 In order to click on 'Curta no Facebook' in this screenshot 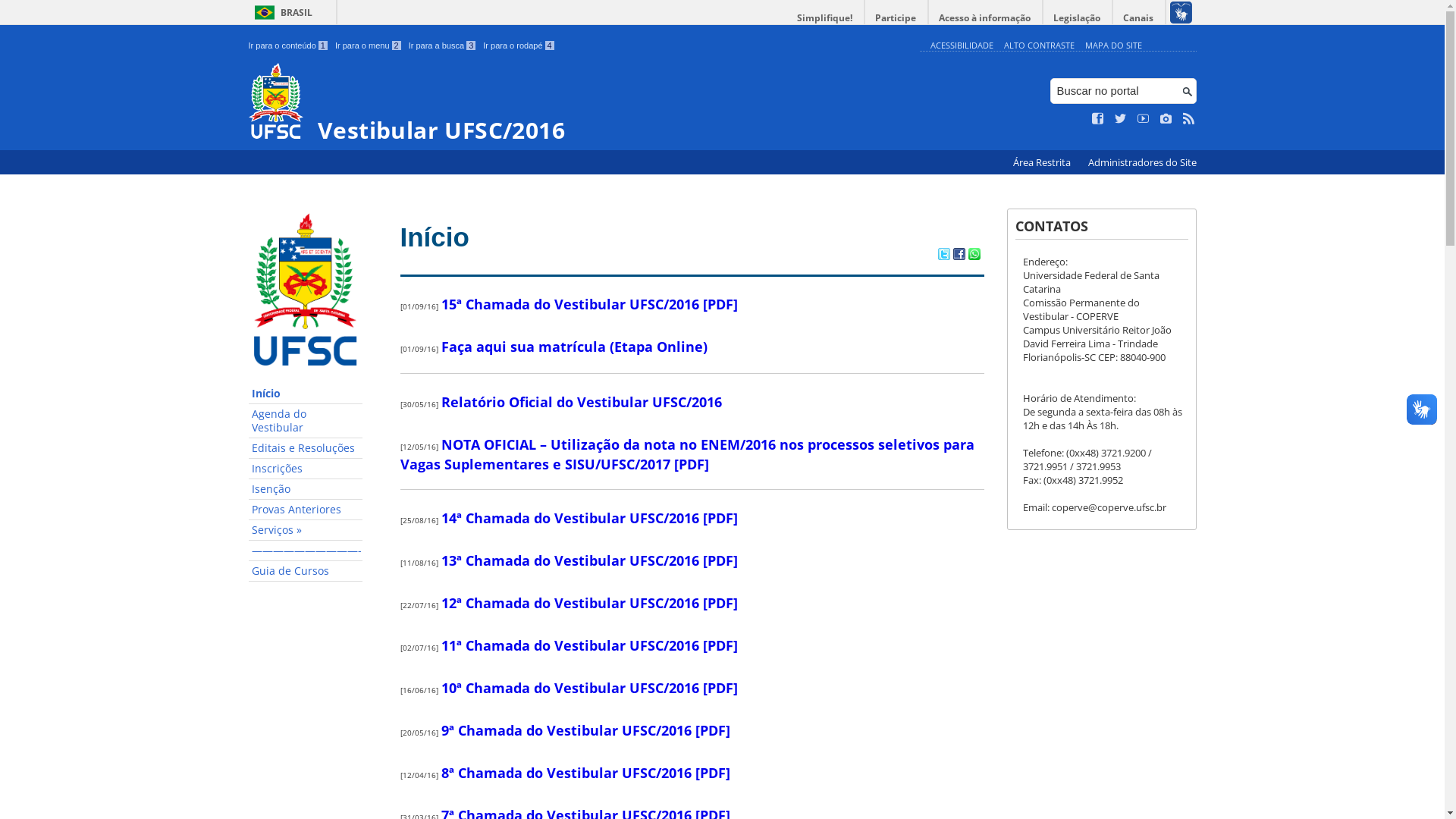, I will do `click(1098, 118)`.